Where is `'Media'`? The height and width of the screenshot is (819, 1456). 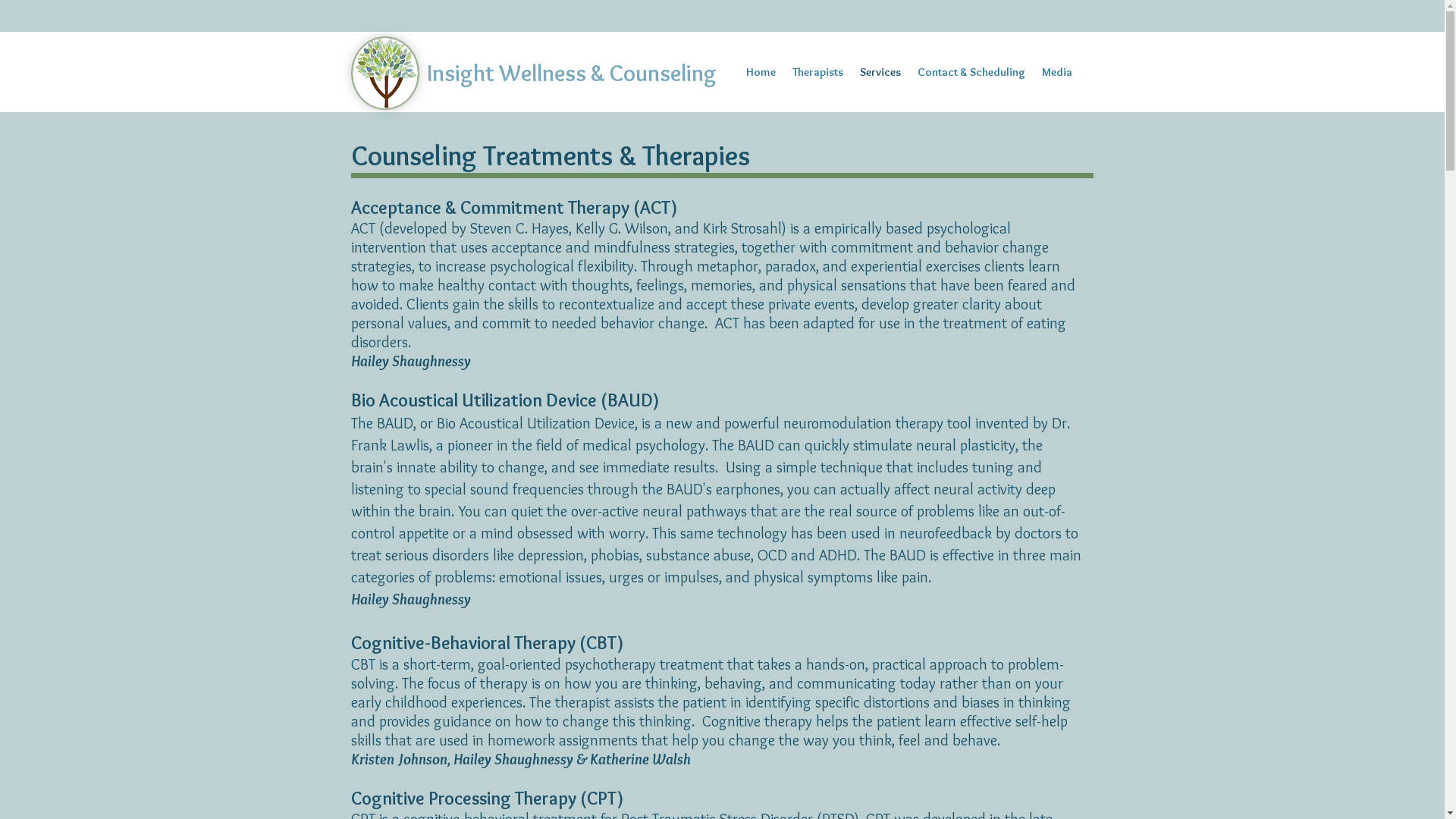
'Media' is located at coordinates (1055, 72).